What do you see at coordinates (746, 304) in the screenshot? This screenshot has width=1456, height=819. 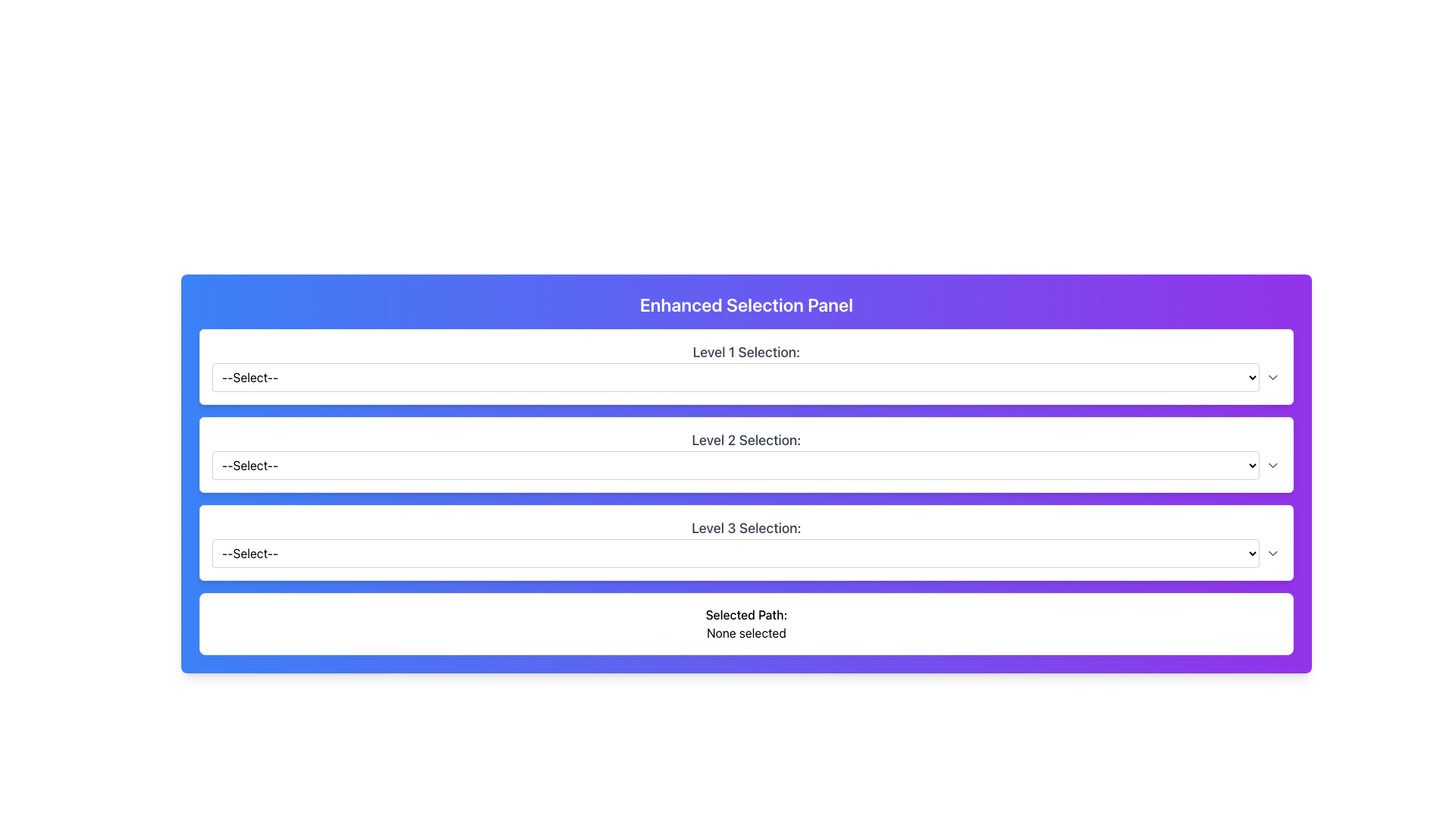 I see `the heading element that serves as the title for the panel, which is located at the top-center of the layout with a gradient background and rounded corners` at bounding box center [746, 304].